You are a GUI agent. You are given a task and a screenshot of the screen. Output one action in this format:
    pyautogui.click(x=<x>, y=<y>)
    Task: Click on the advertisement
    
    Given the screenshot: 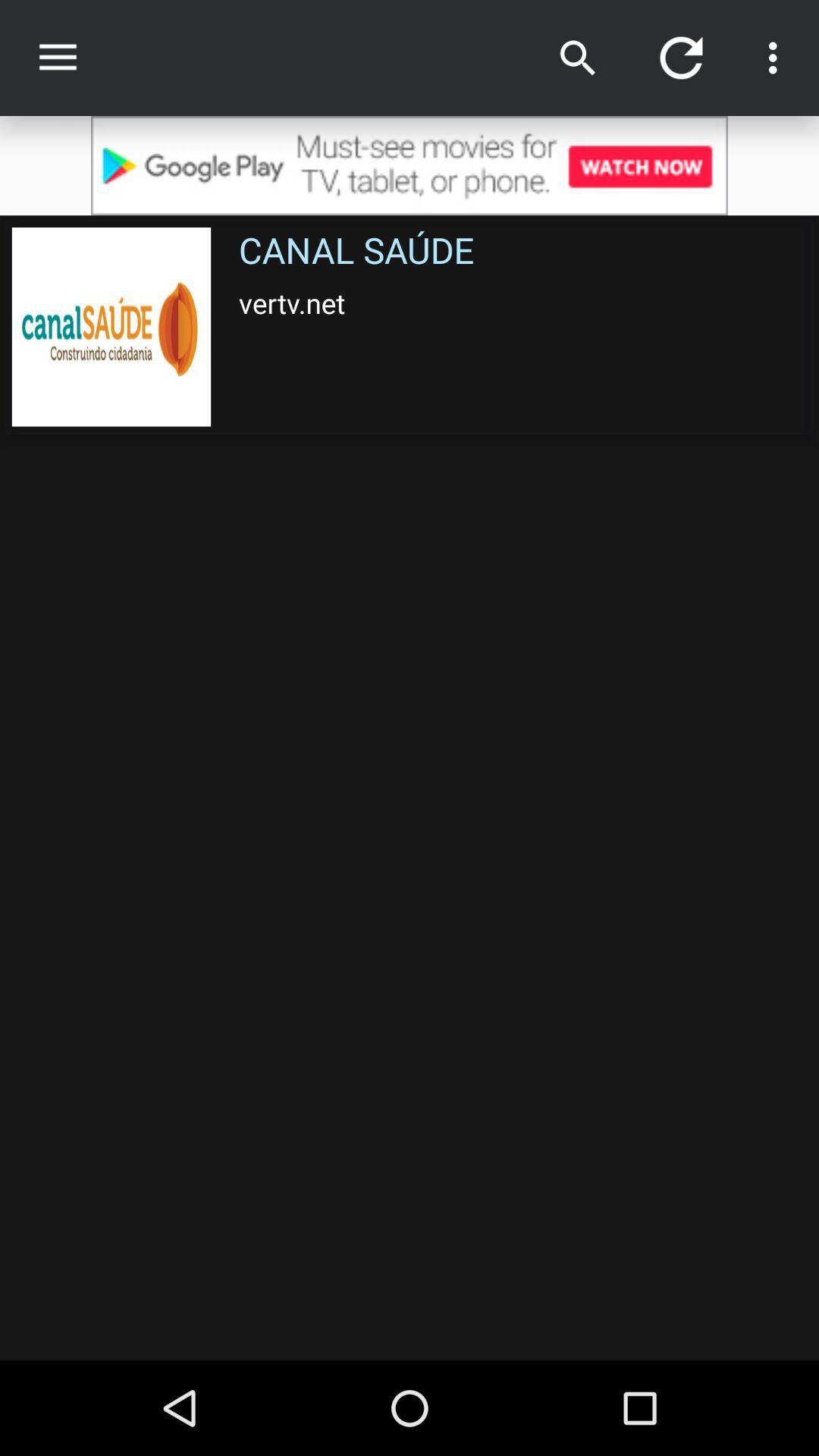 What is the action you would take?
    pyautogui.click(x=409, y=165)
    